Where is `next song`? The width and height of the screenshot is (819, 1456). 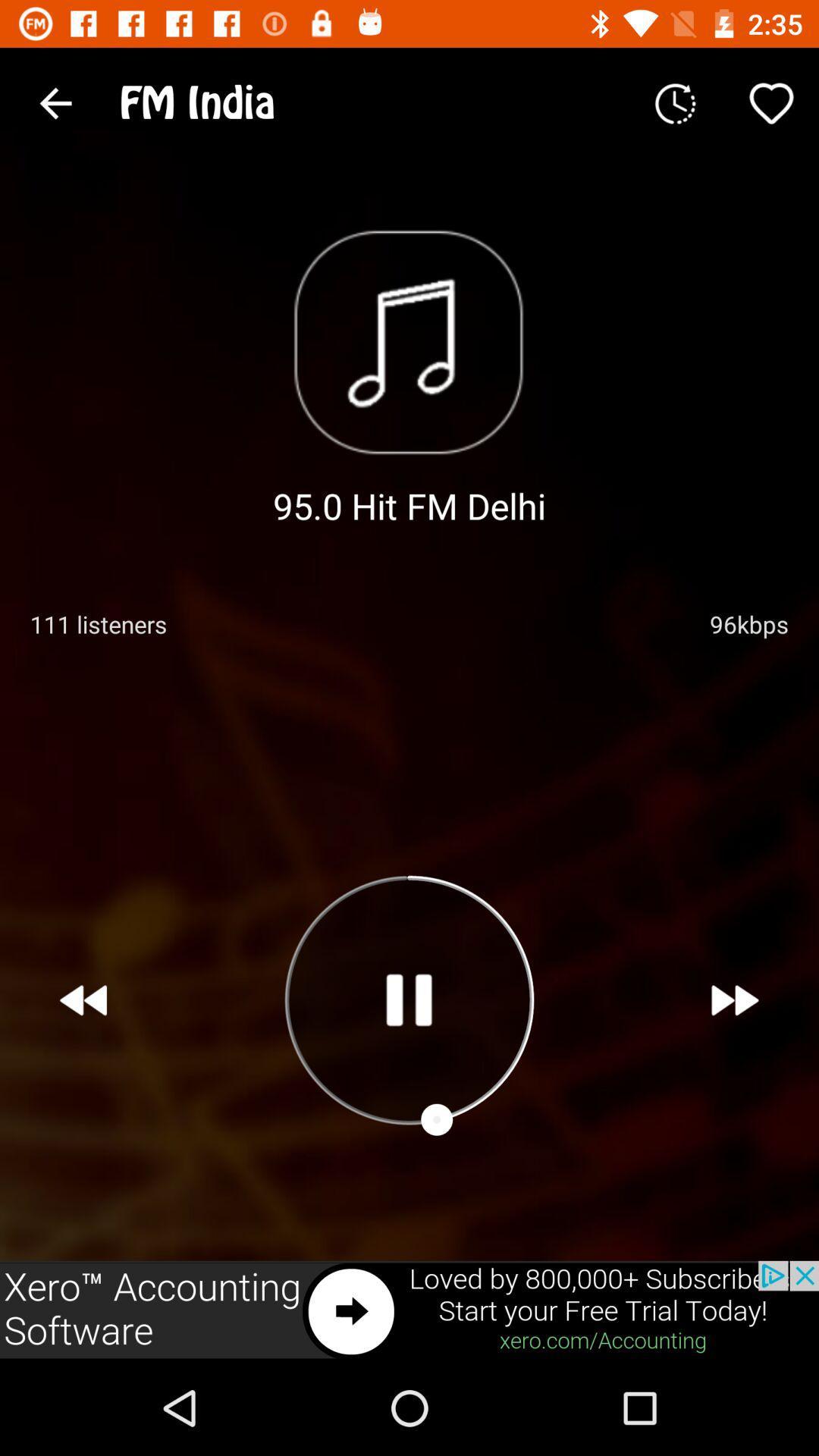
next song is located at coordinates (734, 1000).